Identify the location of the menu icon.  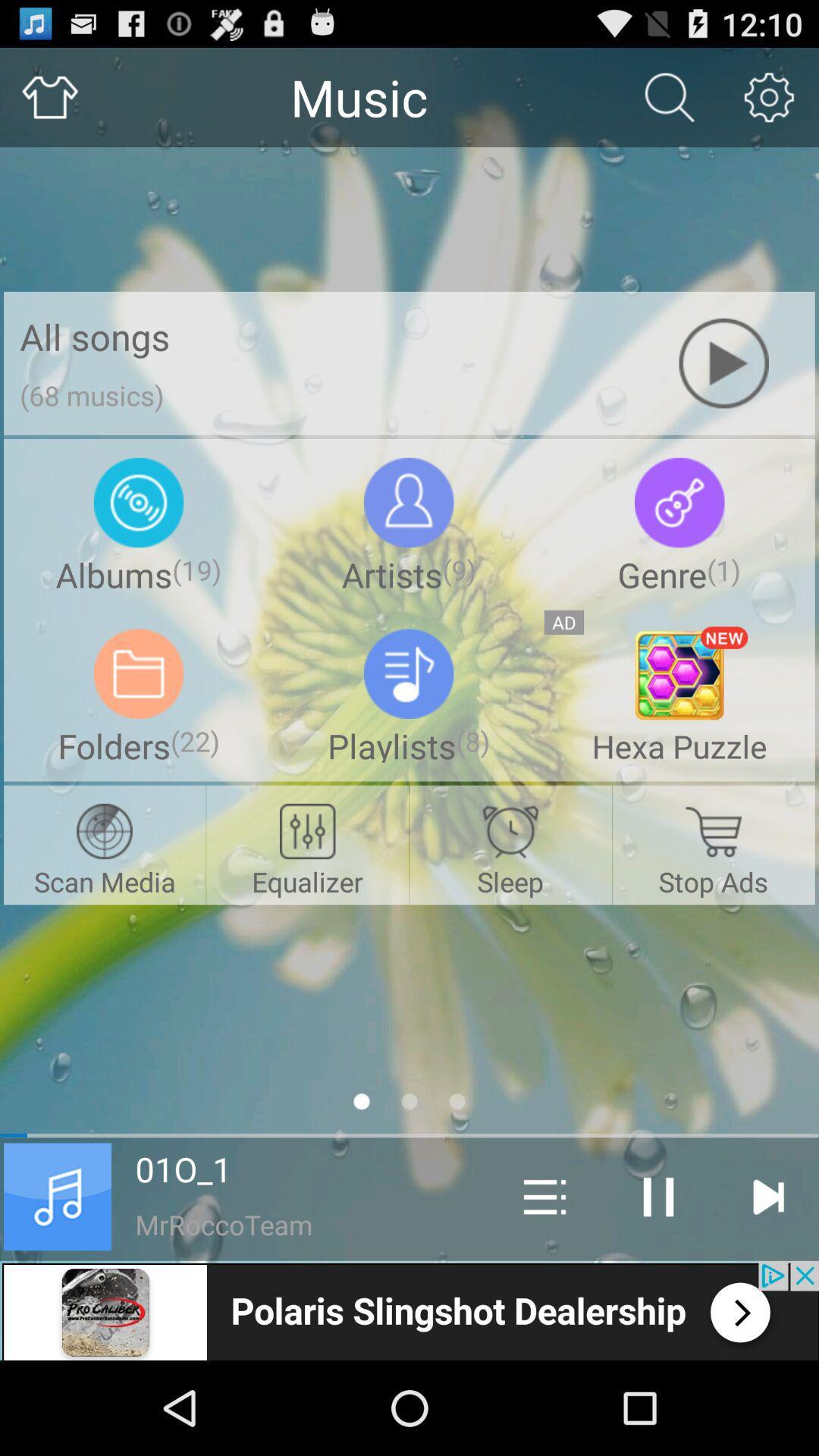
(544, 1280).